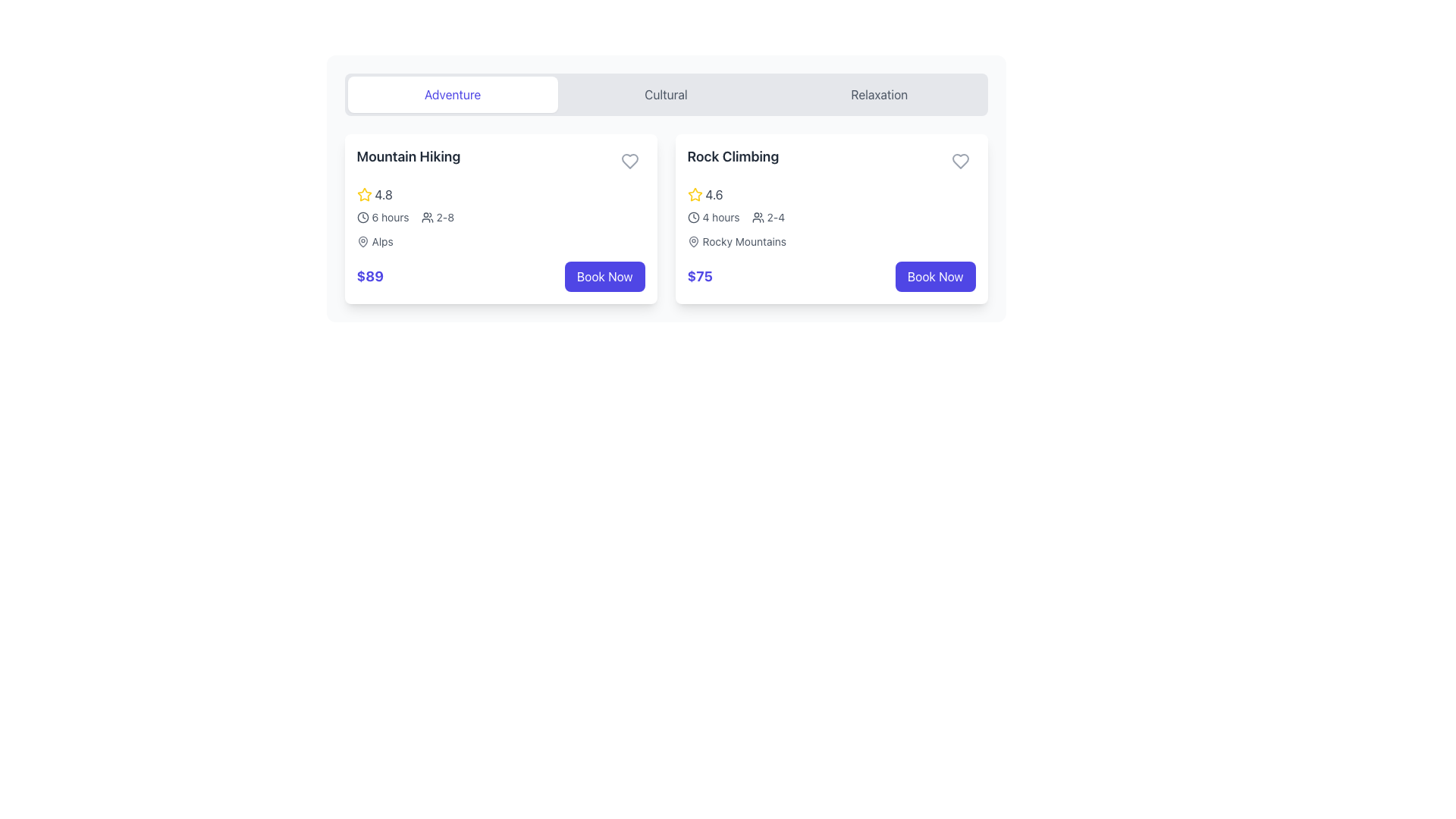  What do you see at coordinates (382, 241) in the screenshot?
I see `static text label that displays the word 'Alps', located immediately to the right of a map-pin icon within the 'Mountain Hiking' activity card` at bounding box center [382, 241].